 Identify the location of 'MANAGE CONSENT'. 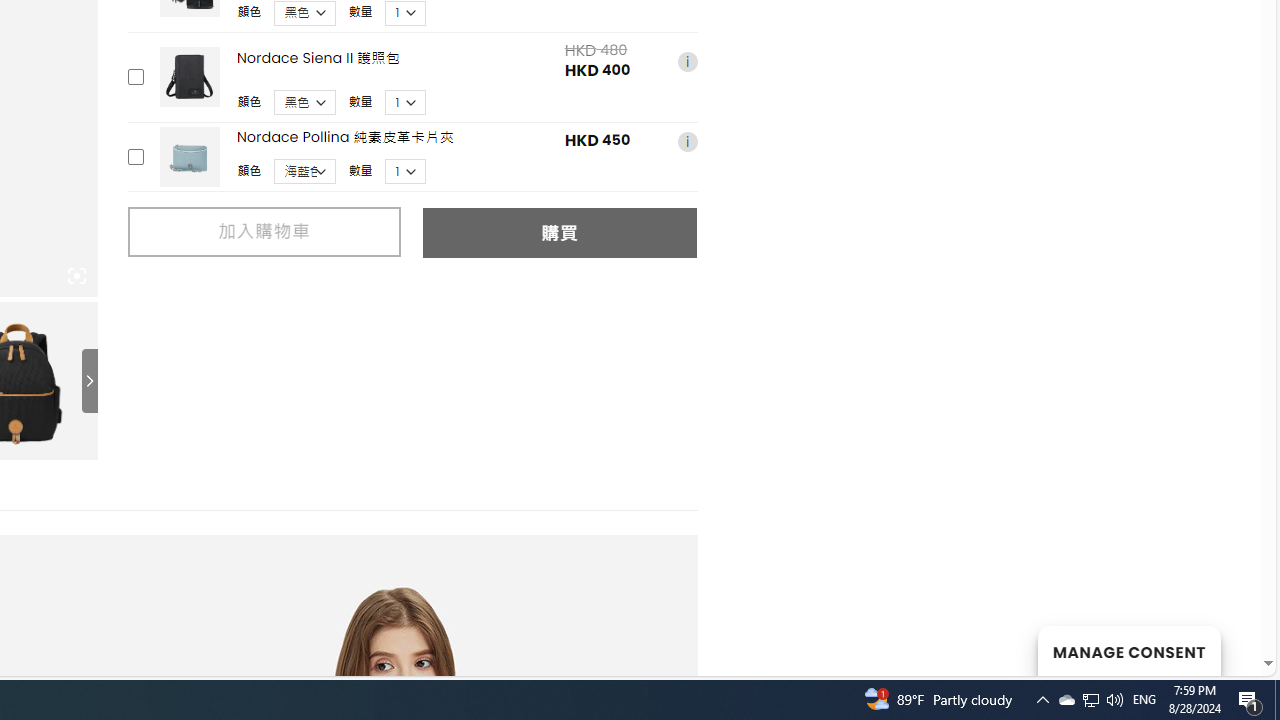
(1128, 650).